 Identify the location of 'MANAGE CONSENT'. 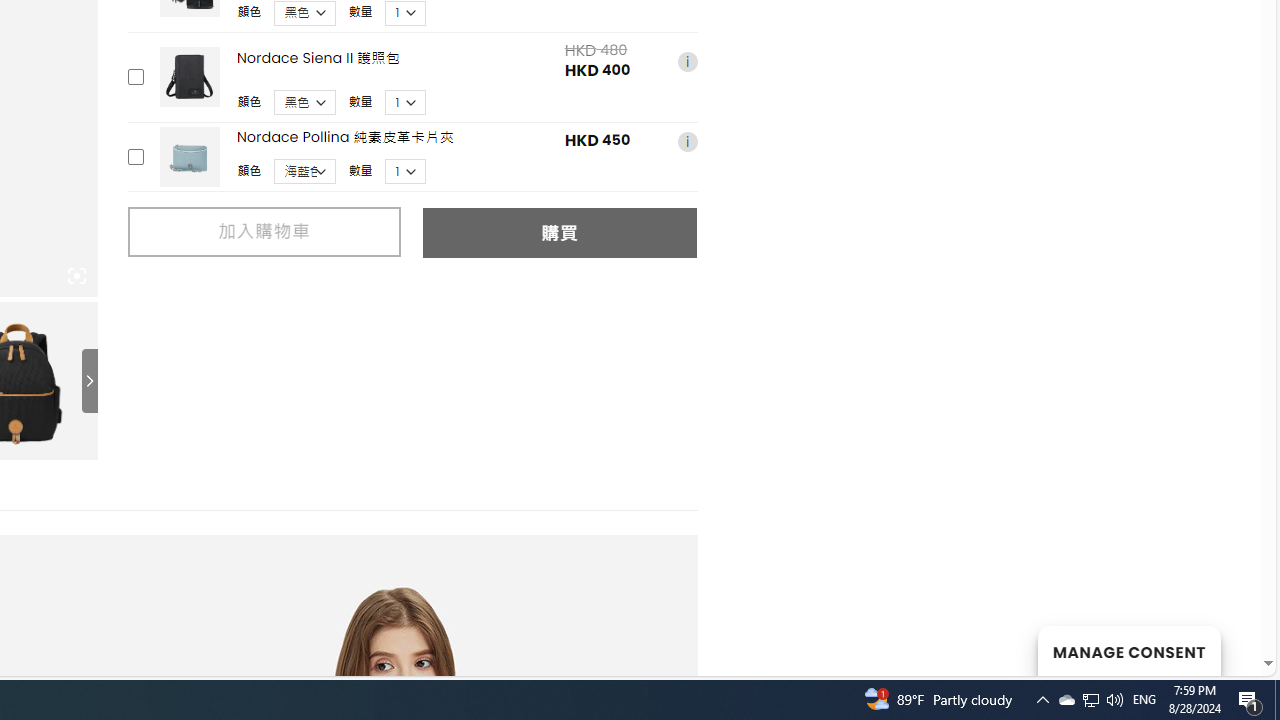
(1128, 650).